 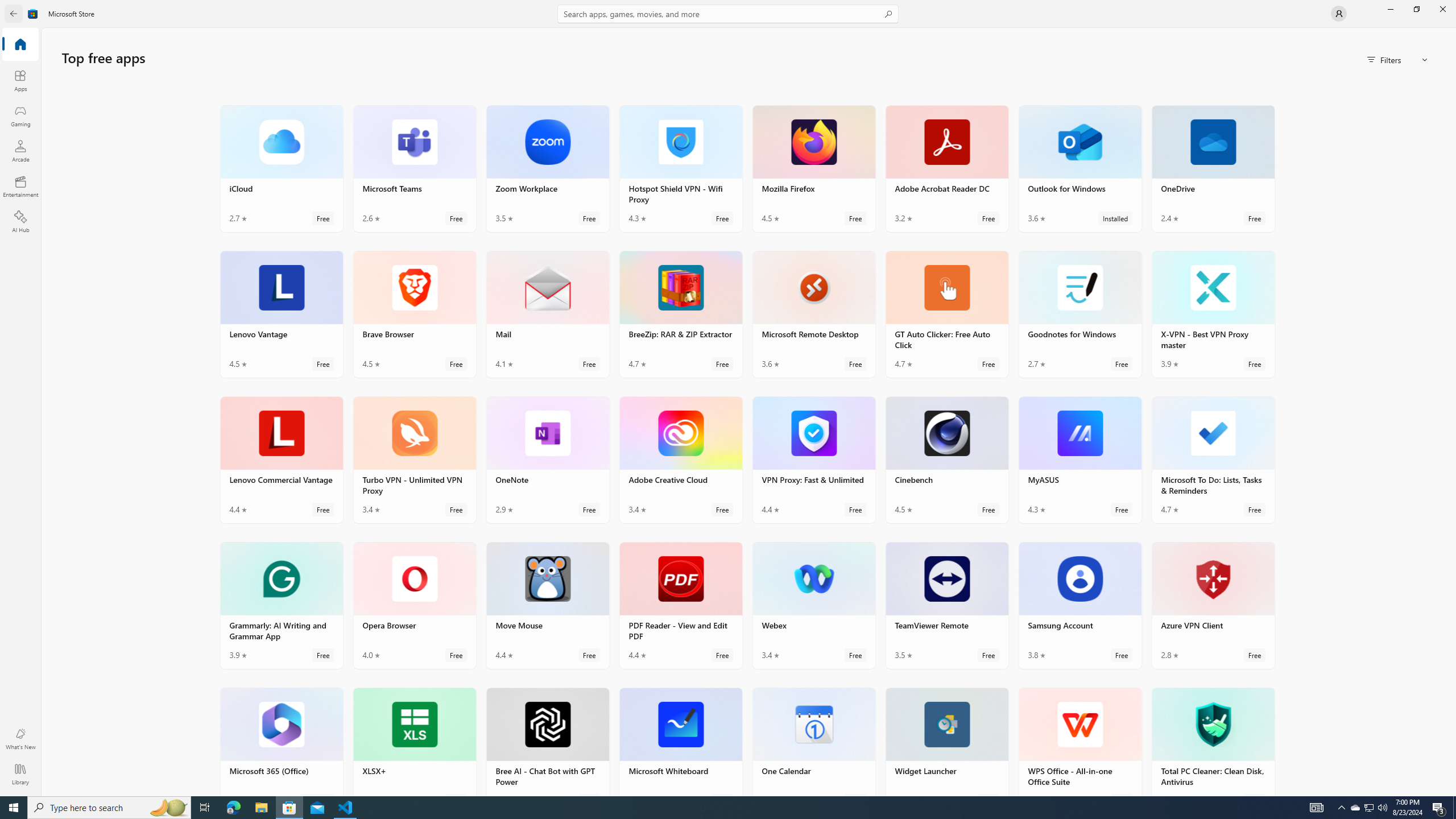 I want to click on 'OneDrive. Average rating of 2.4 out of five stars. Free  ', so click(x=1213, y=167).